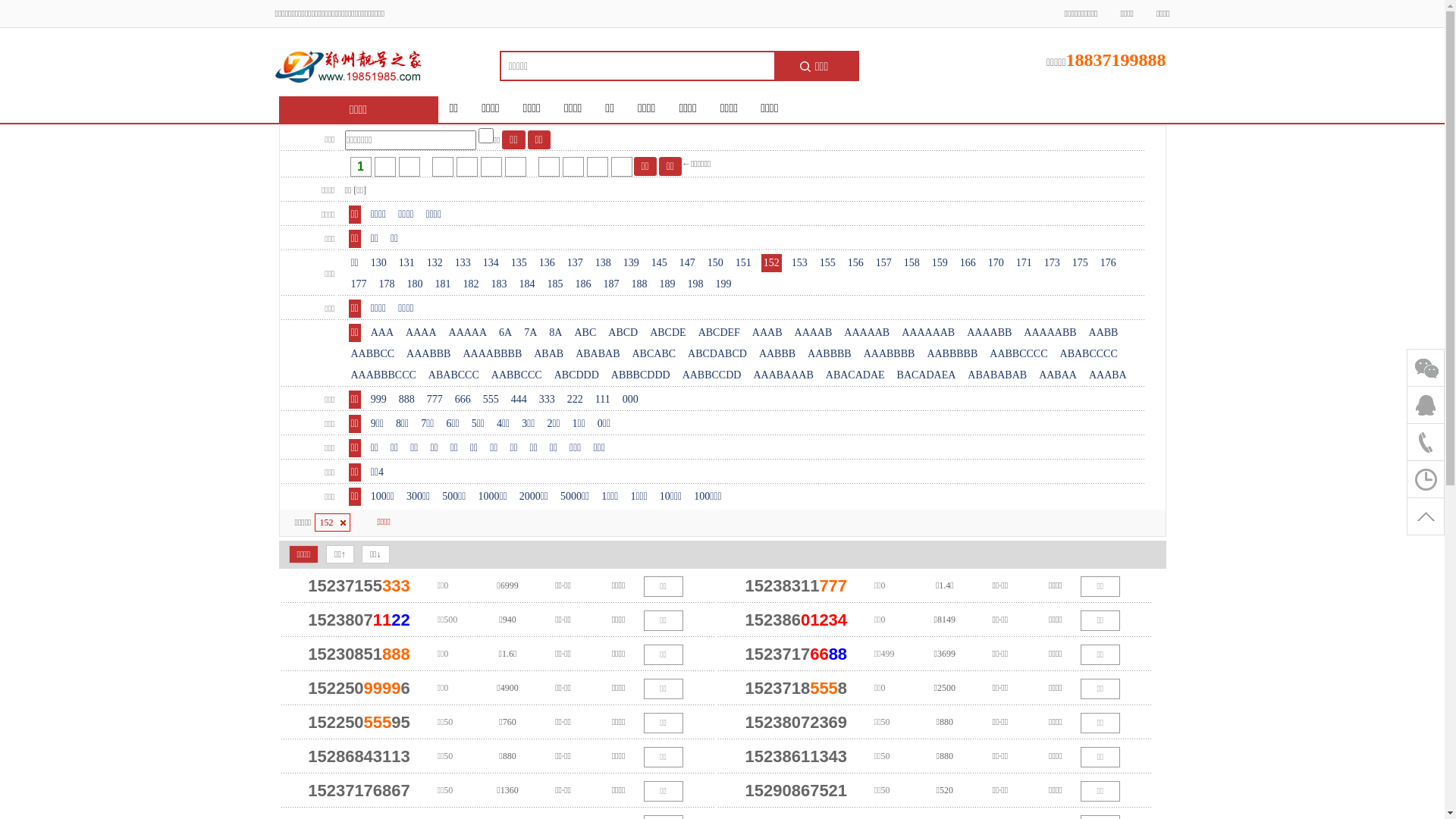 This screenshot has height=819, width=1456. I want to click on '133', so click(451, 262).